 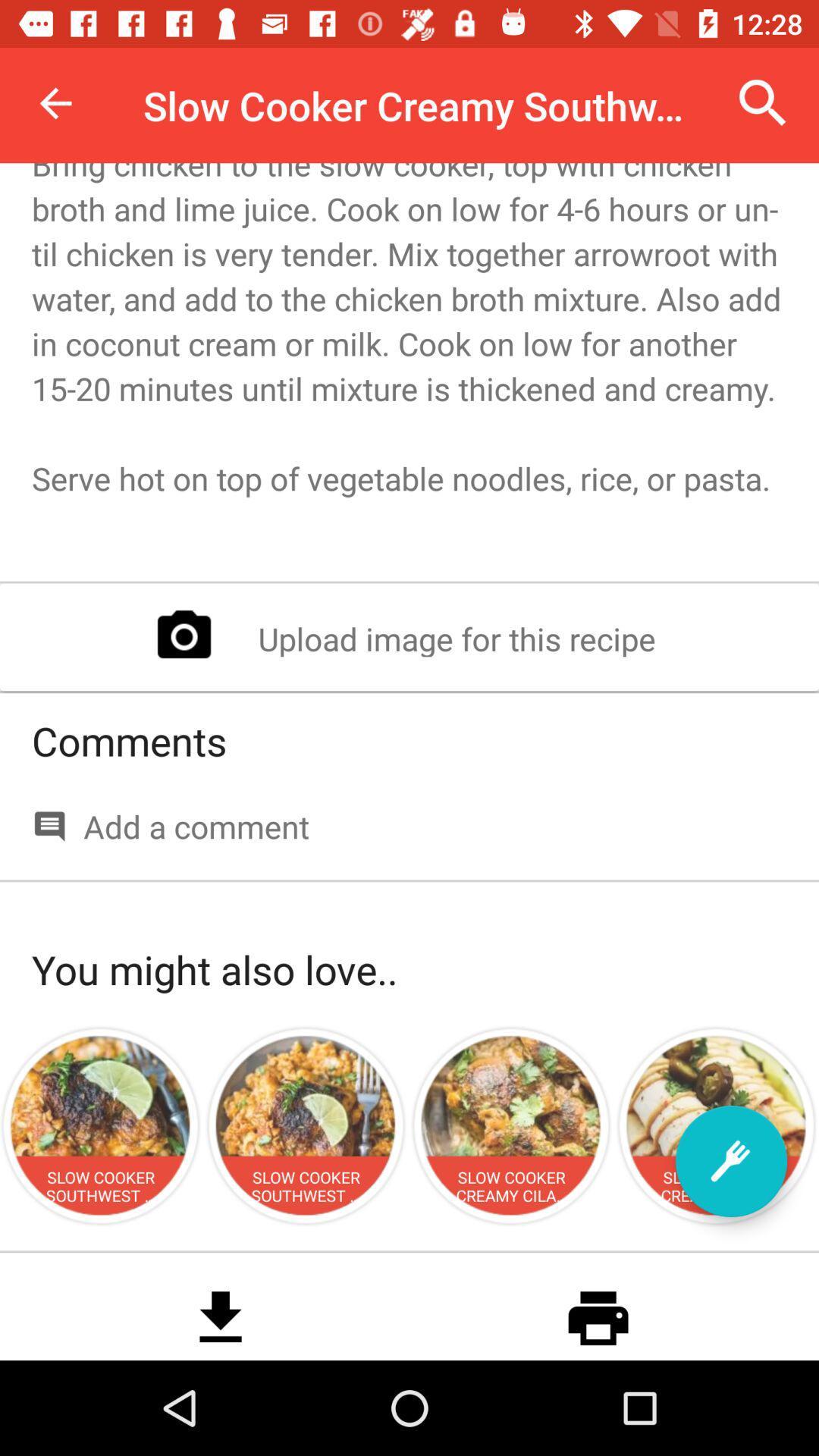 I want to click on the edit icon, so click(x=730, y=1160).